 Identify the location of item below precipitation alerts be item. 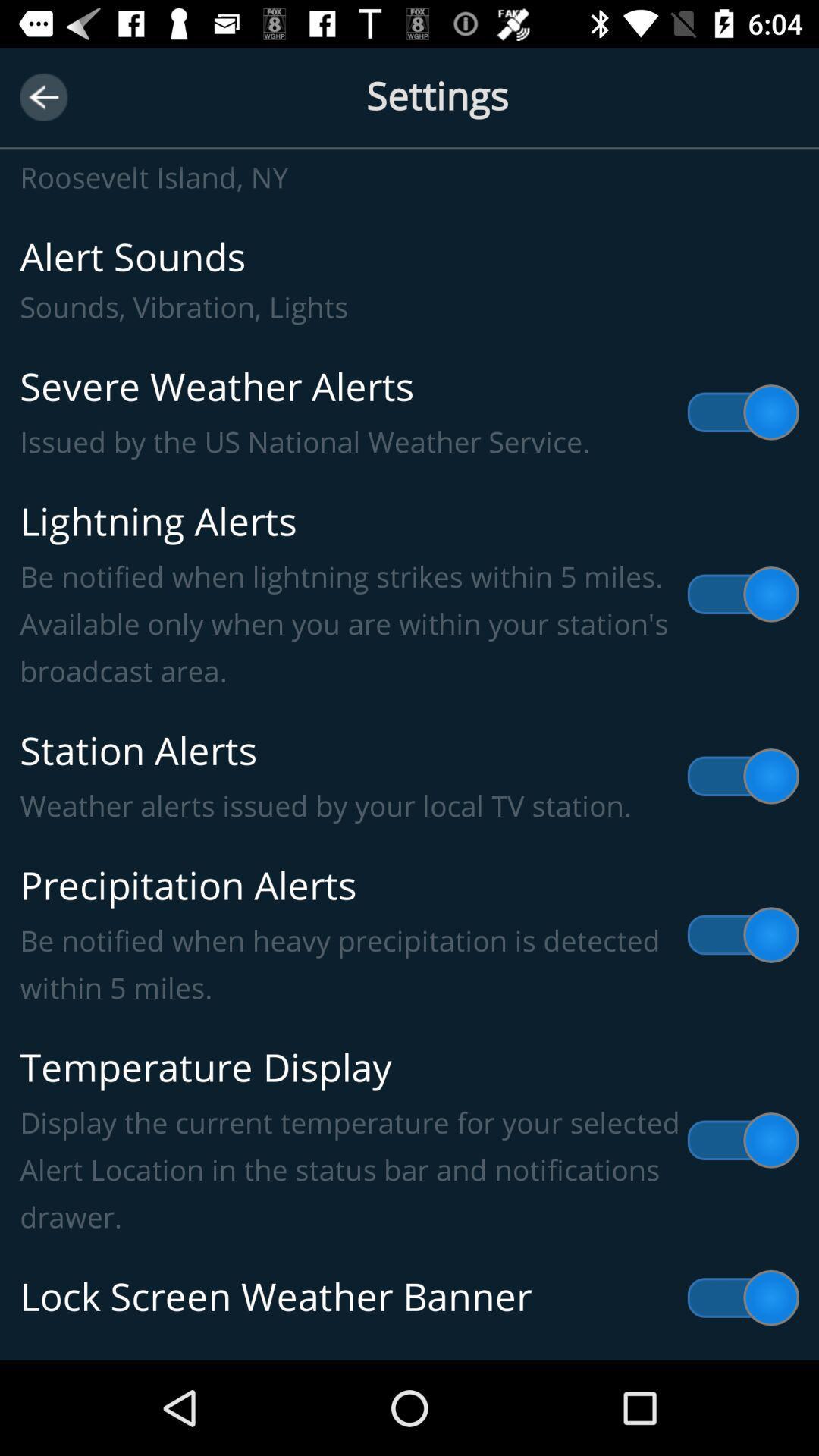
(409, 1141).